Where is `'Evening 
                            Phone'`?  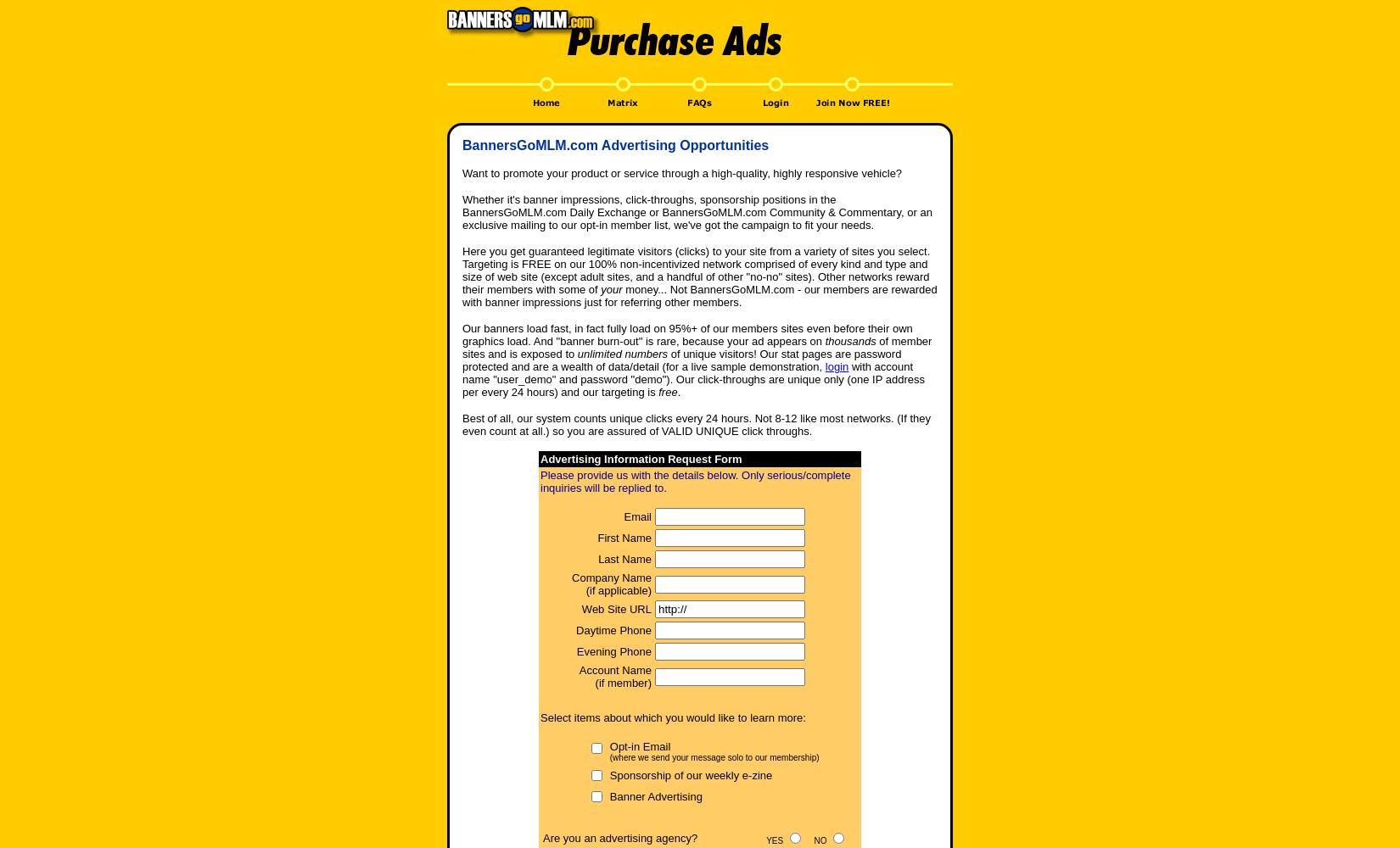 'Evening 
                            Phone' is located at coordinates (613, 651).